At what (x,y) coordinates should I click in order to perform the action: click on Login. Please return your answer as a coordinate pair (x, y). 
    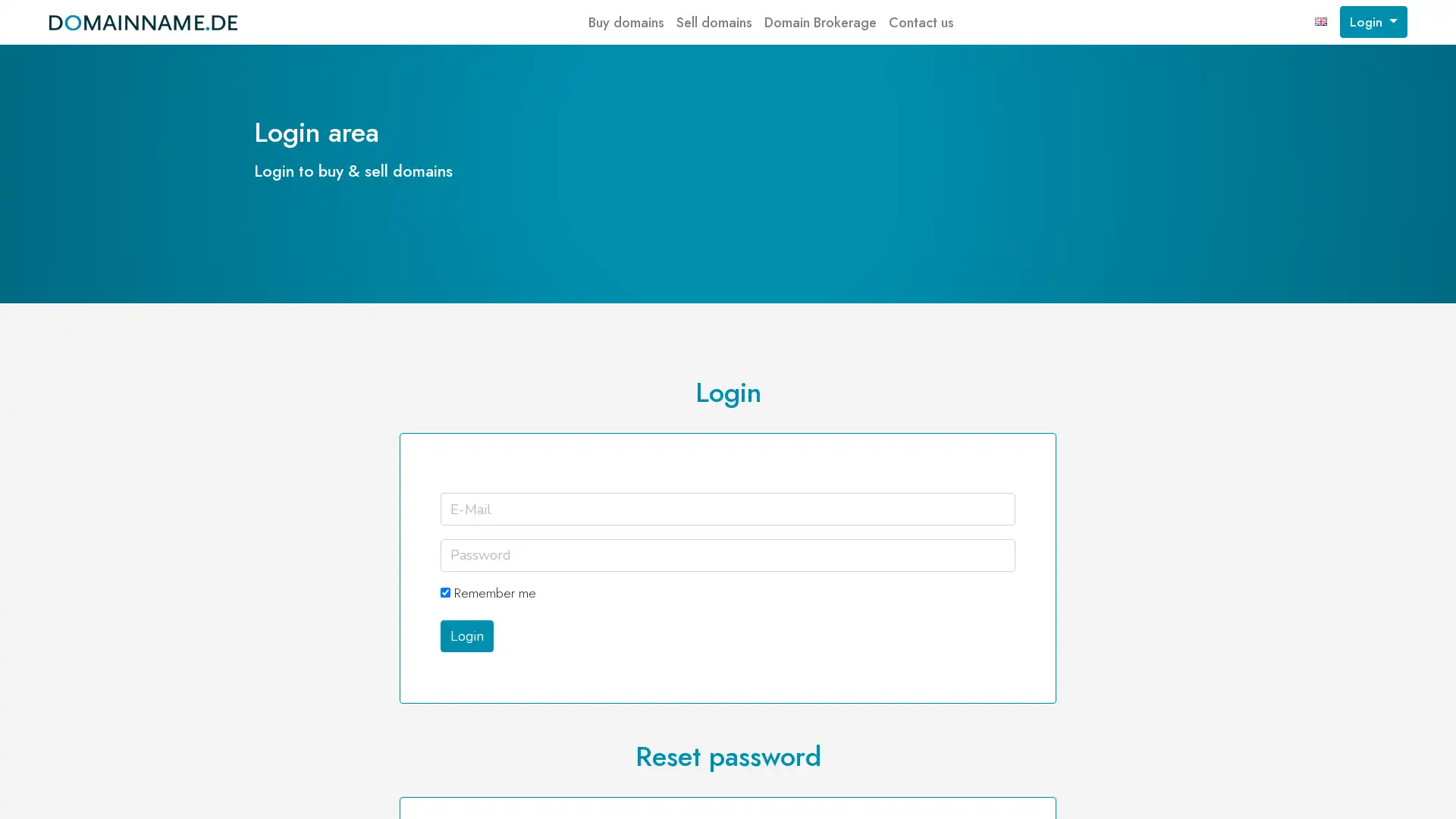
    Looking at the image, I should click on (1373, 22).